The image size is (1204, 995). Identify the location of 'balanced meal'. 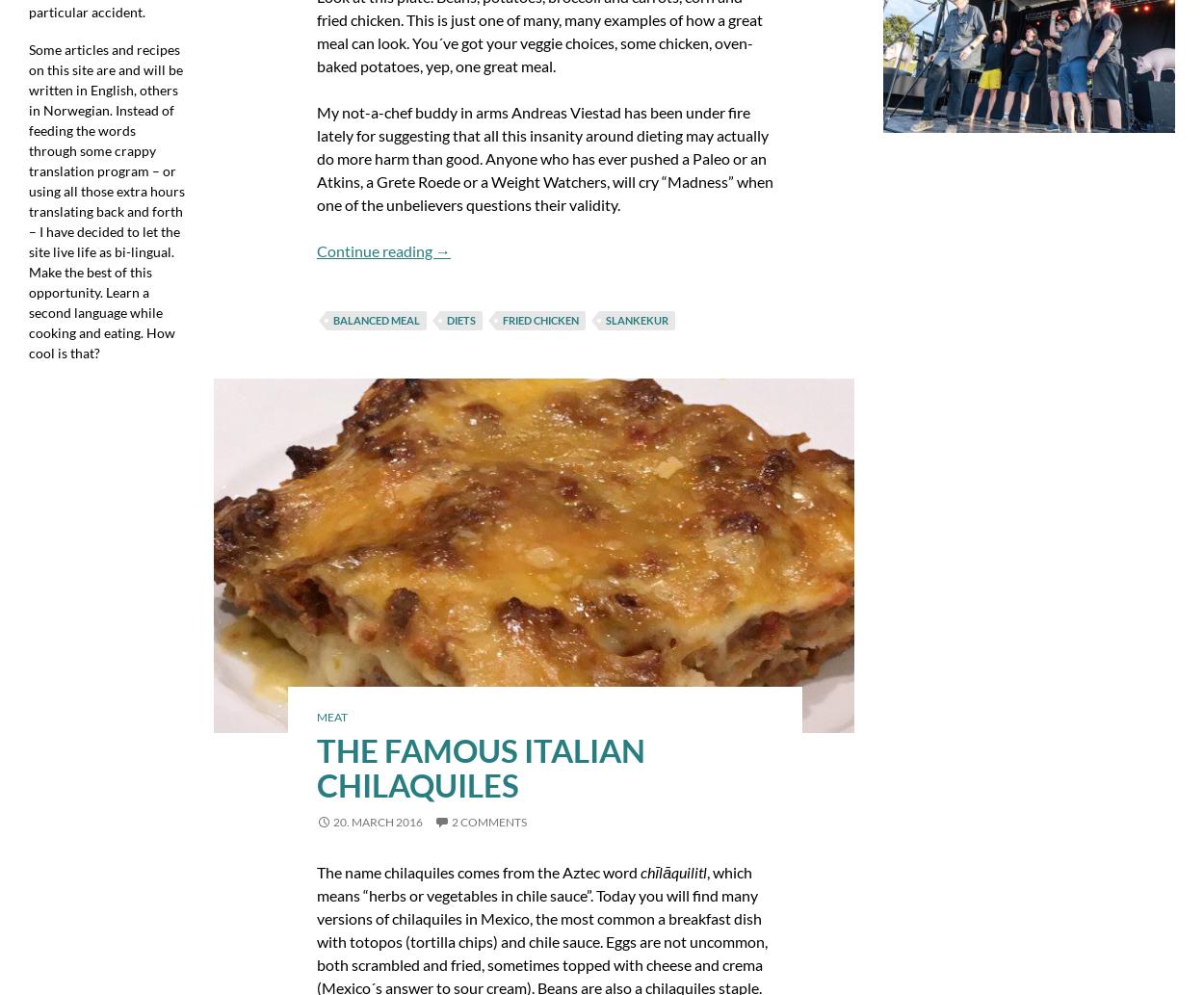
(376, 318).